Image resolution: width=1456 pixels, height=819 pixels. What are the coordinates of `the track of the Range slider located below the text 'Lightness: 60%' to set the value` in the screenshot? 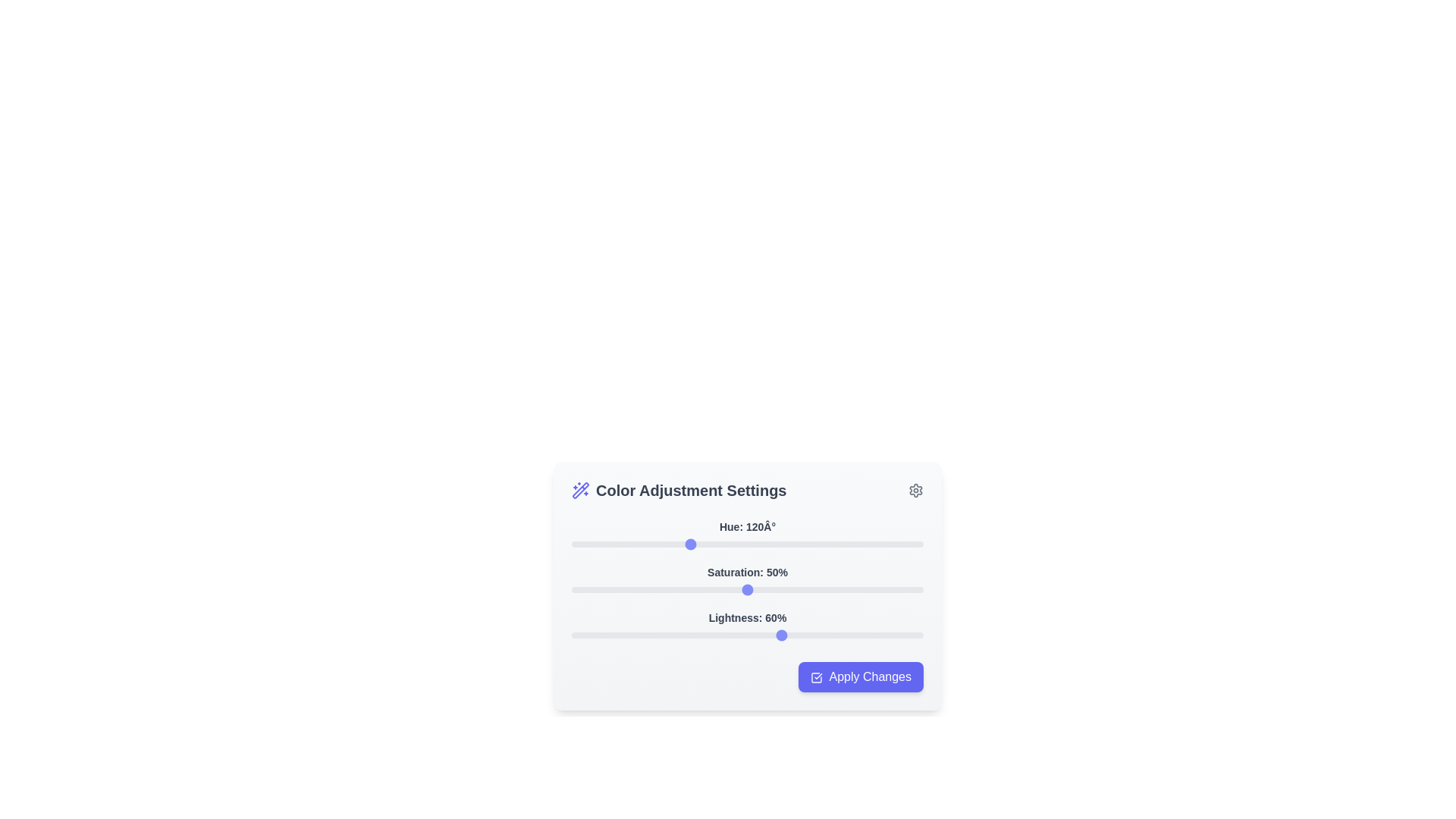 It's located at (747, 635).